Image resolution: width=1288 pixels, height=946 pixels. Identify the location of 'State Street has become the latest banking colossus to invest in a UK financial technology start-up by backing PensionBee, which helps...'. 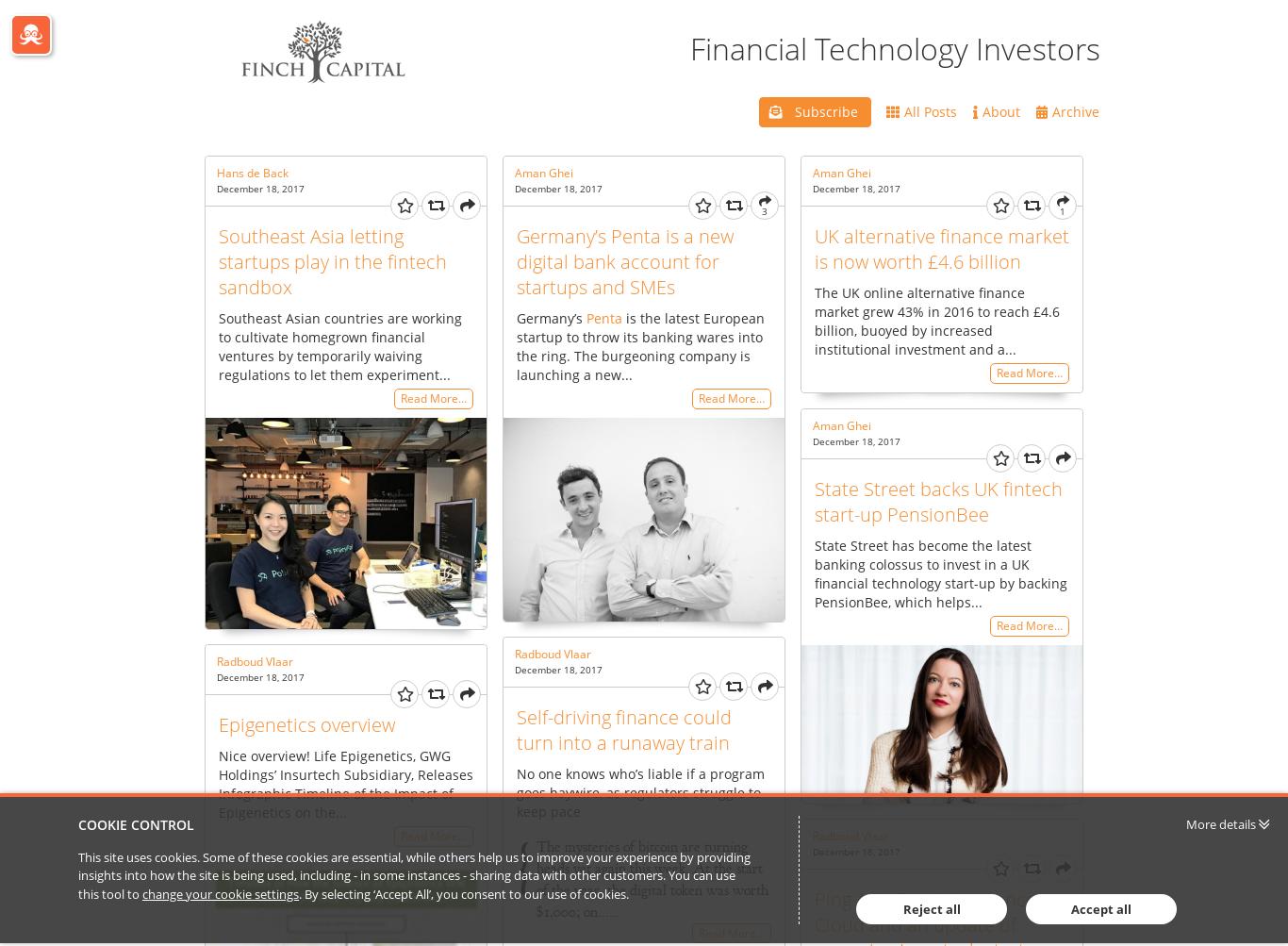
(940, 573).